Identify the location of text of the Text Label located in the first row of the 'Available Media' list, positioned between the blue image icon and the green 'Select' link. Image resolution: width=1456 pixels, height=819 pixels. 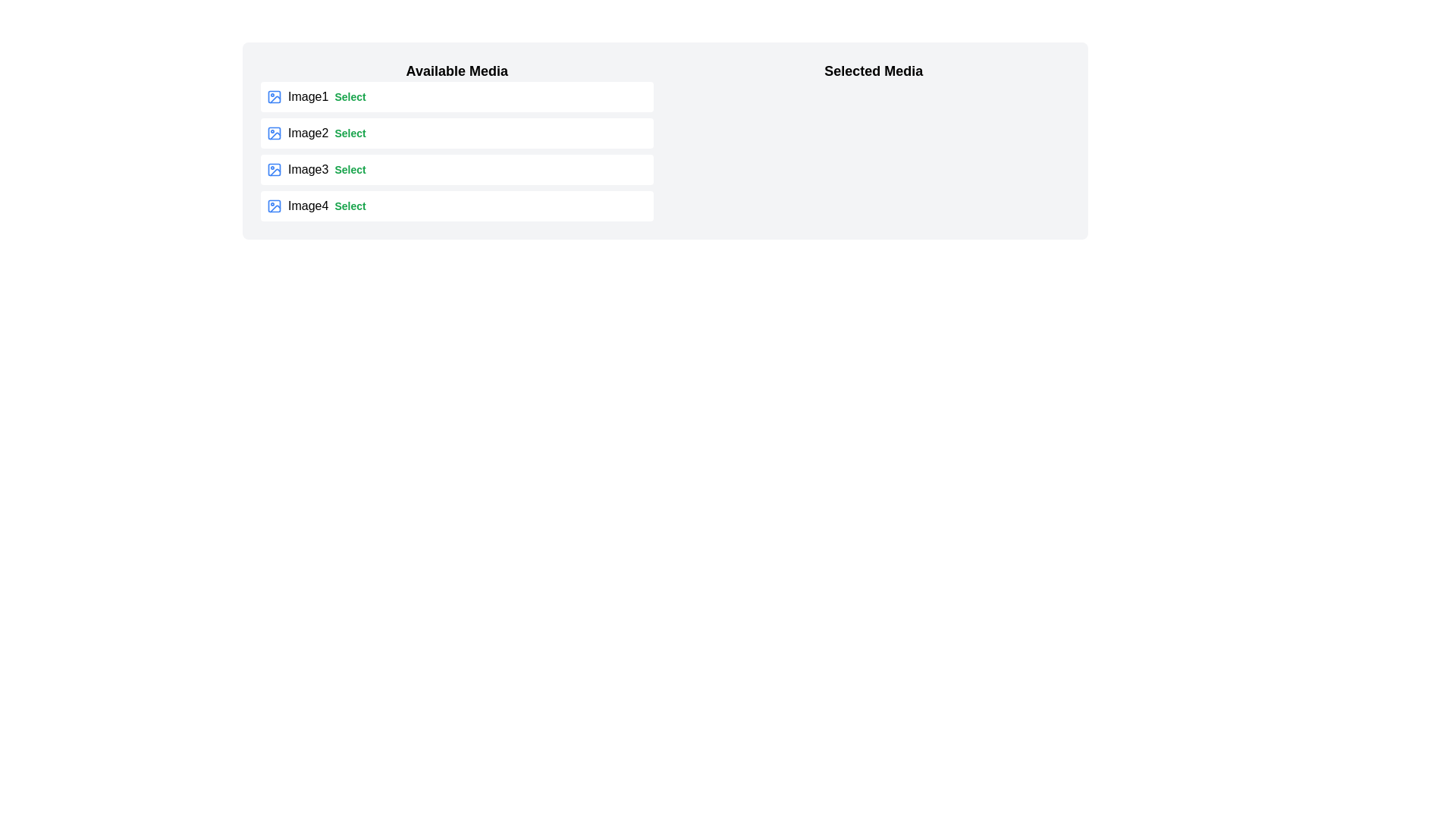
(307, 96).